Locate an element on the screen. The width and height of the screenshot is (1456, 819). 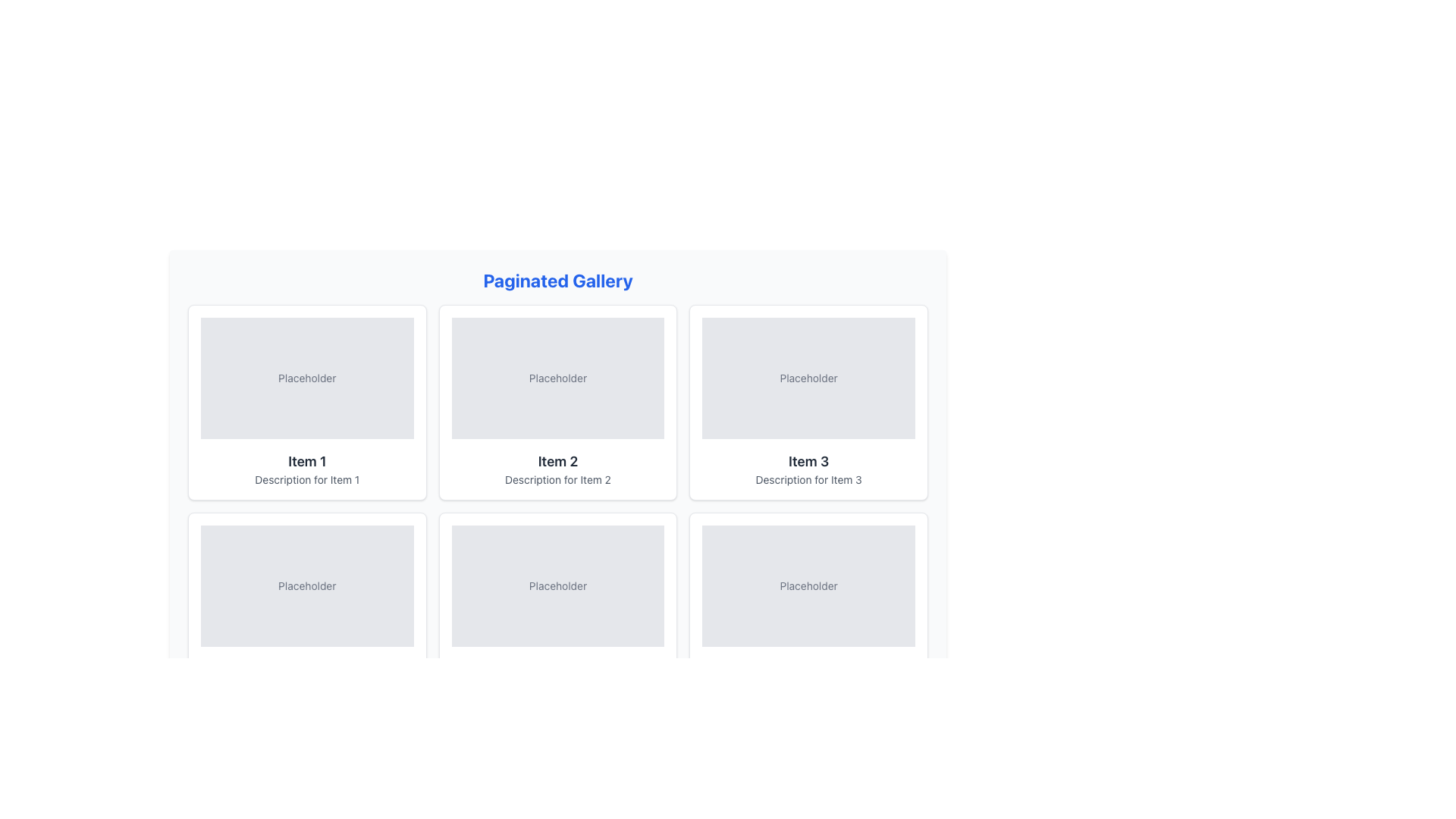
title 'Item 6' and the description 'Description for Item 6' from the Display Card located in the bottom-right corner of the grid is located at coordinates (808, 610).